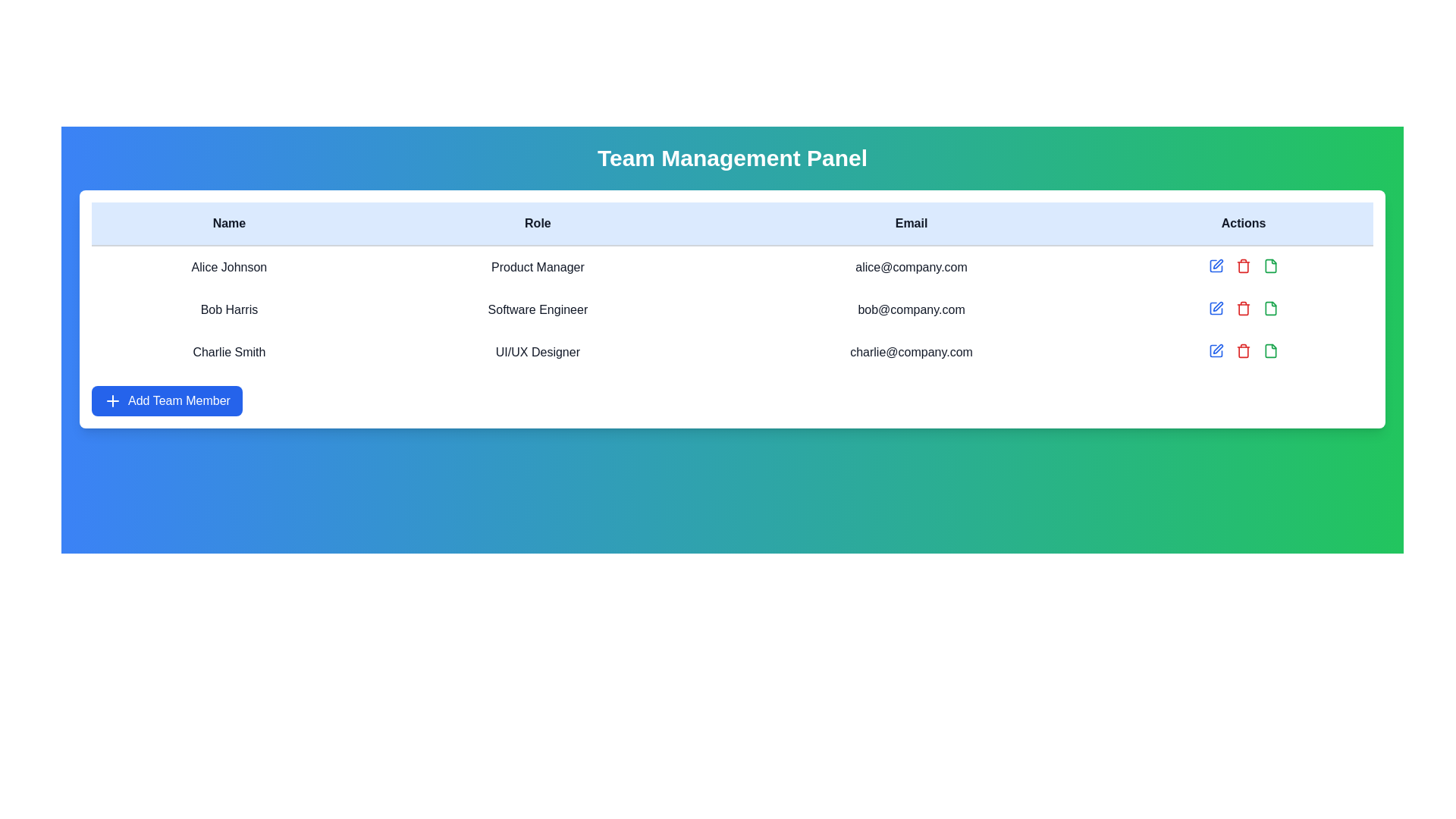  What do you see at coordinates (911, 266) in the screenshot?
I see `the email address text label displaying 'Alice Johnson's email' located in the 'Email' column of the table` at bounding box center [911, 266].